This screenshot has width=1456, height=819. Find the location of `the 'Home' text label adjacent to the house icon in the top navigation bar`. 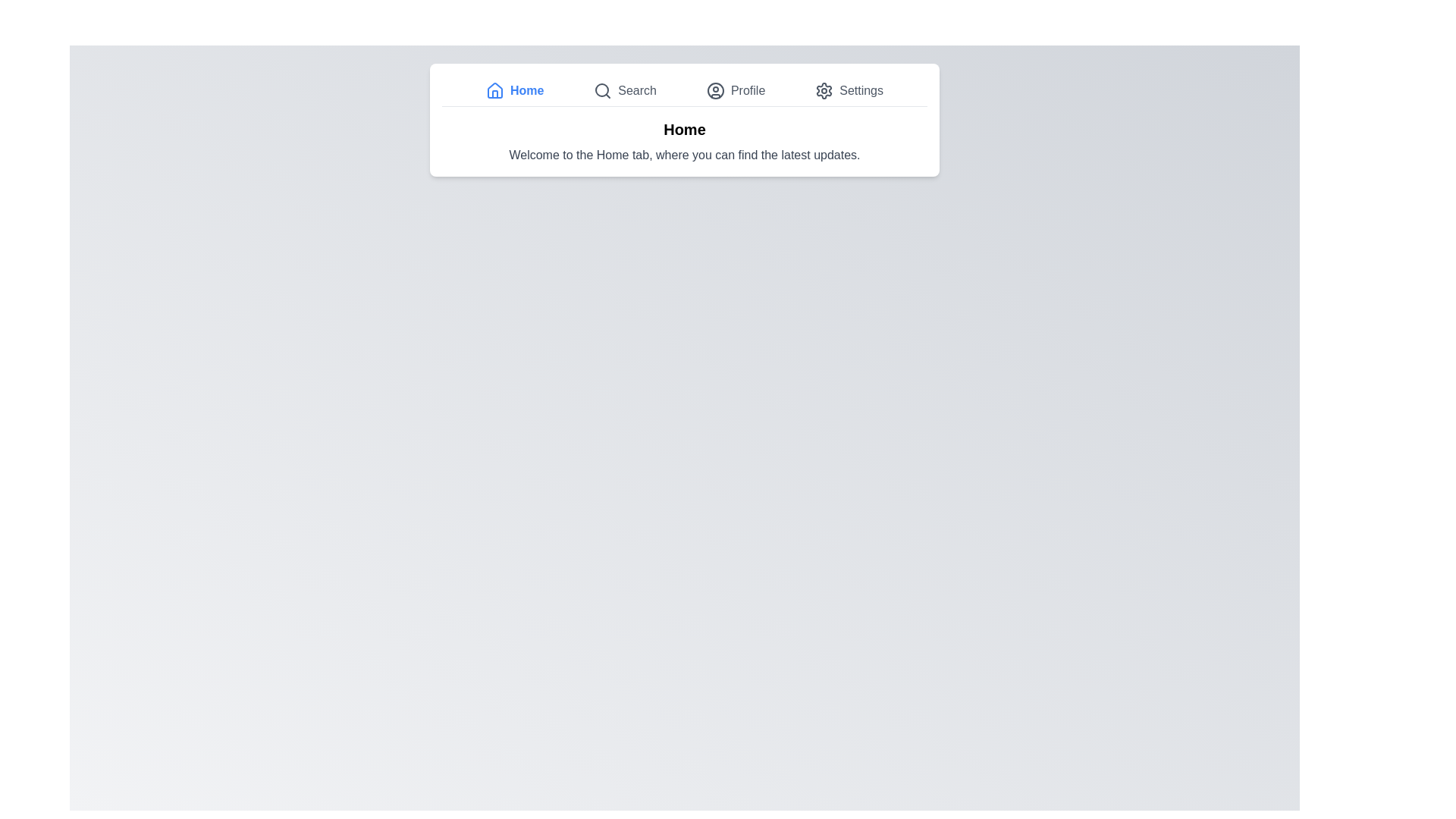

the 'Home' text label adjacent to the house icon in the top navigation bar is located at coordinates (527, 90).